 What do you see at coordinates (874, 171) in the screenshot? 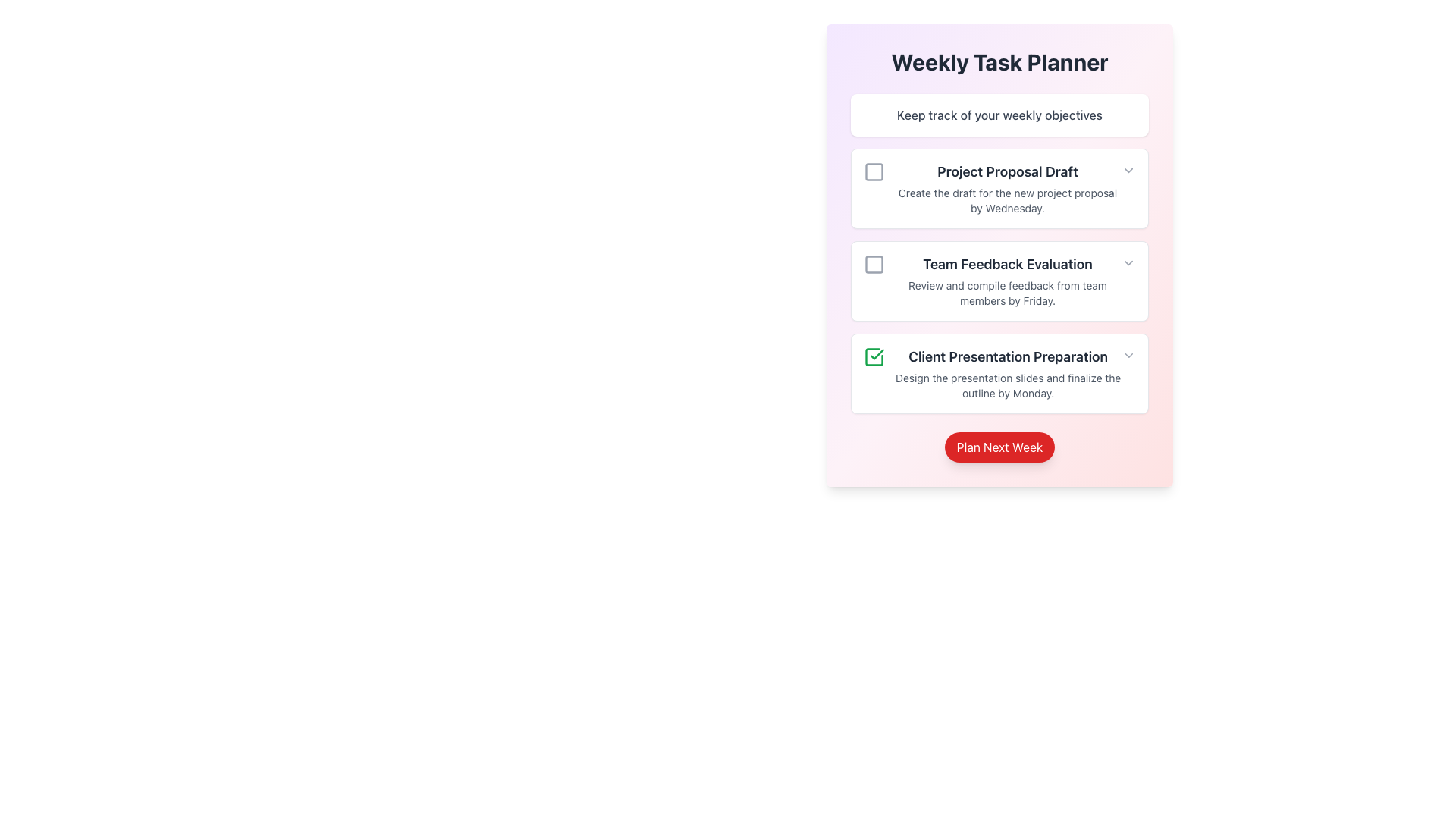
I see `the graphical decoration (small square with rounded corners) inside the checkbox of the first item labeled 'Project Proposal Draft' in the task list` at bounding box center [874, 171].